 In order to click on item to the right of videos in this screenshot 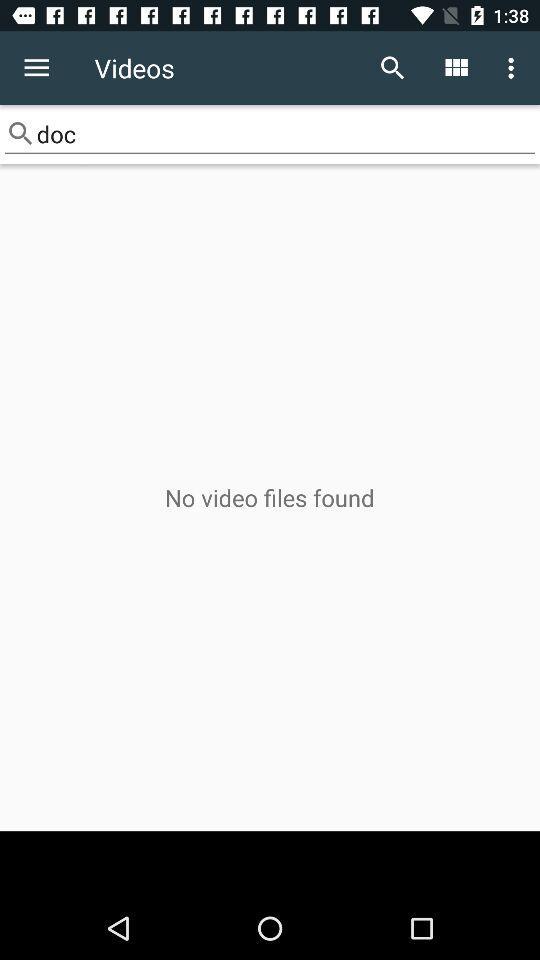, I will do `click(393, 68)`.